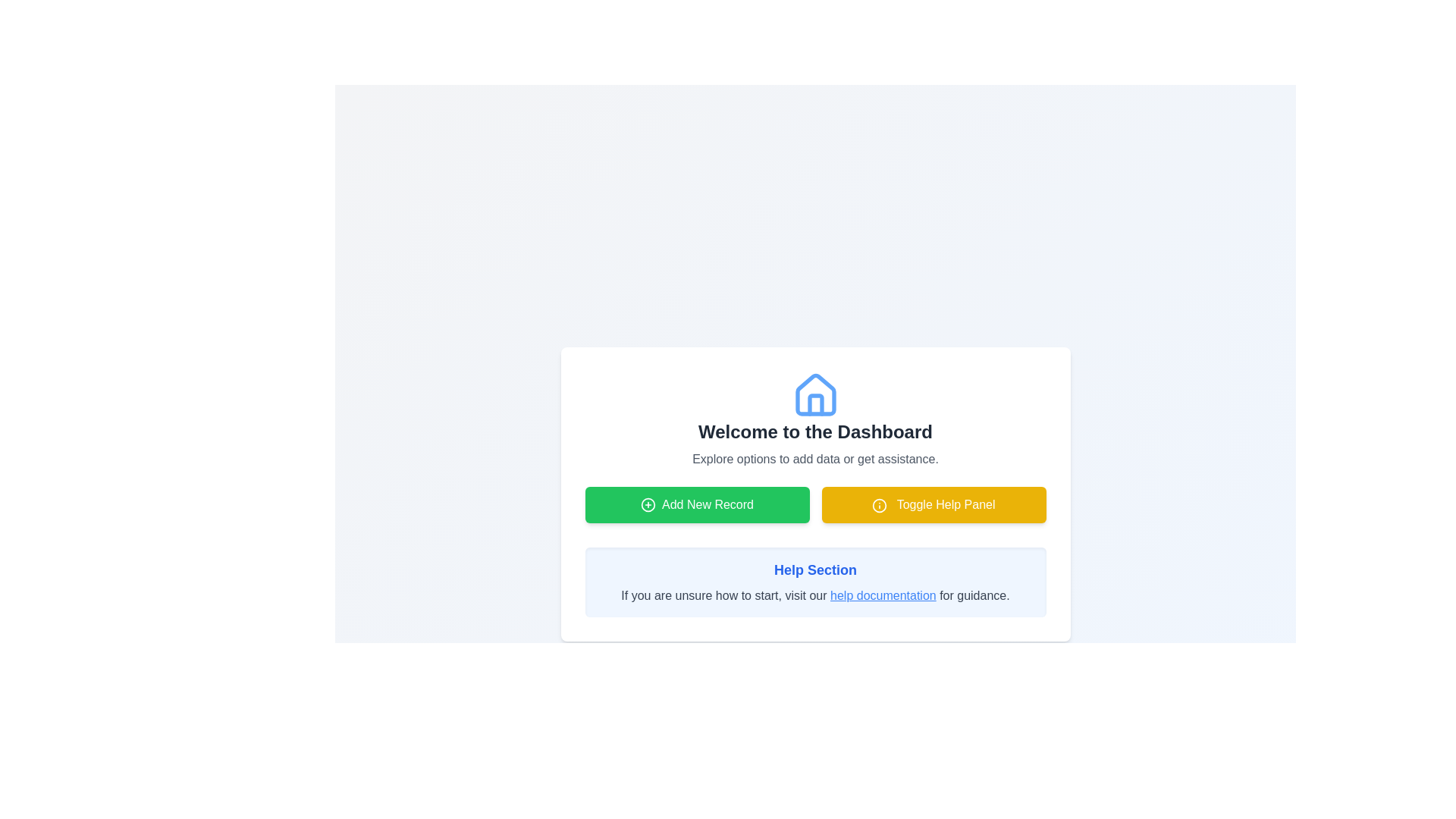 This screenshot has width=1456, height=819. What do you see at coordinates (933, 505) in the screenshot?
I see `the 'Toggle Help Panel' button, which has an orange background and an information icon` at bounding box center [933, 505].